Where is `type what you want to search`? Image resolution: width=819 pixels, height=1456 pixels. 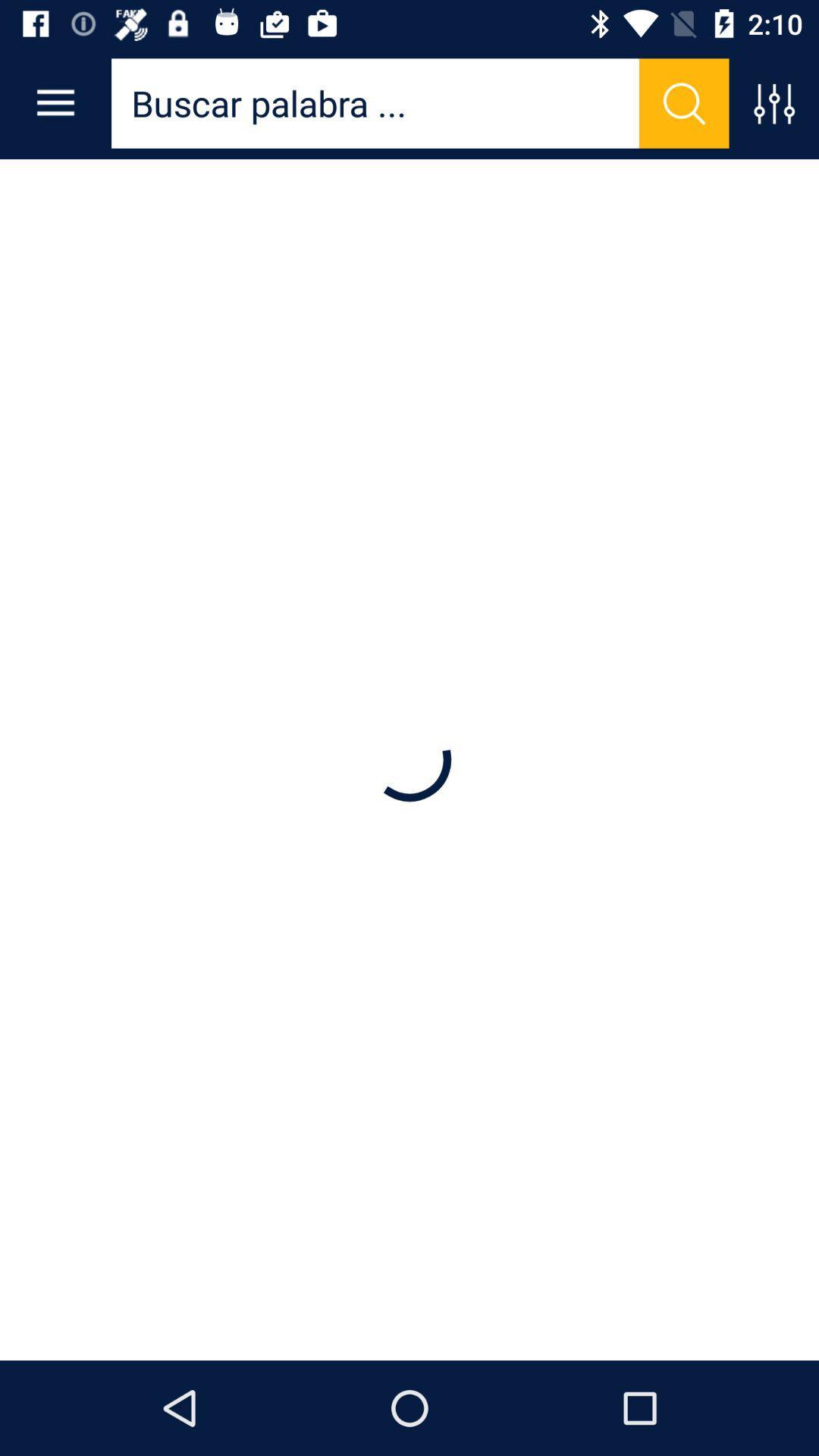 type what you want to search is located at coordinates (375, 102).